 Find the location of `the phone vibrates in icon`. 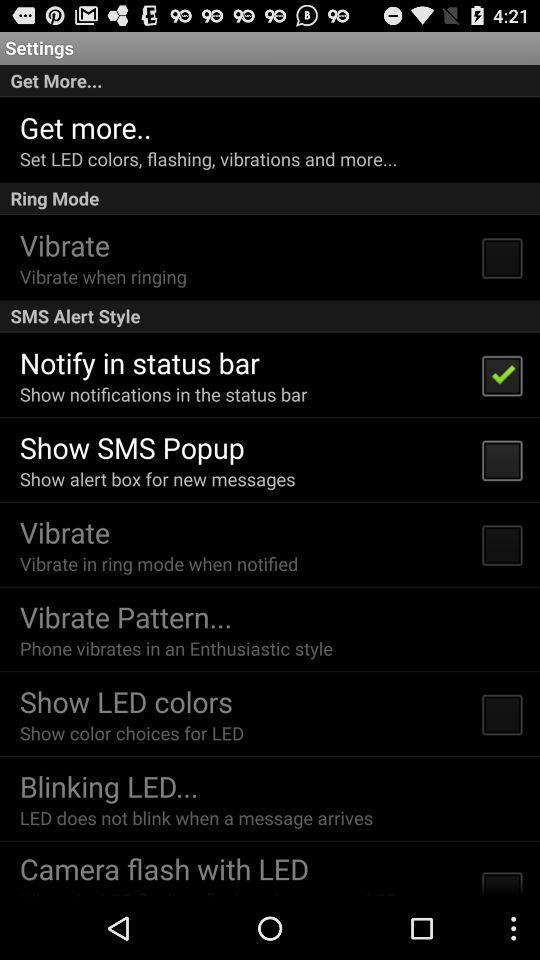

the phone vibrates in icon is located at coordinates (176, 647).